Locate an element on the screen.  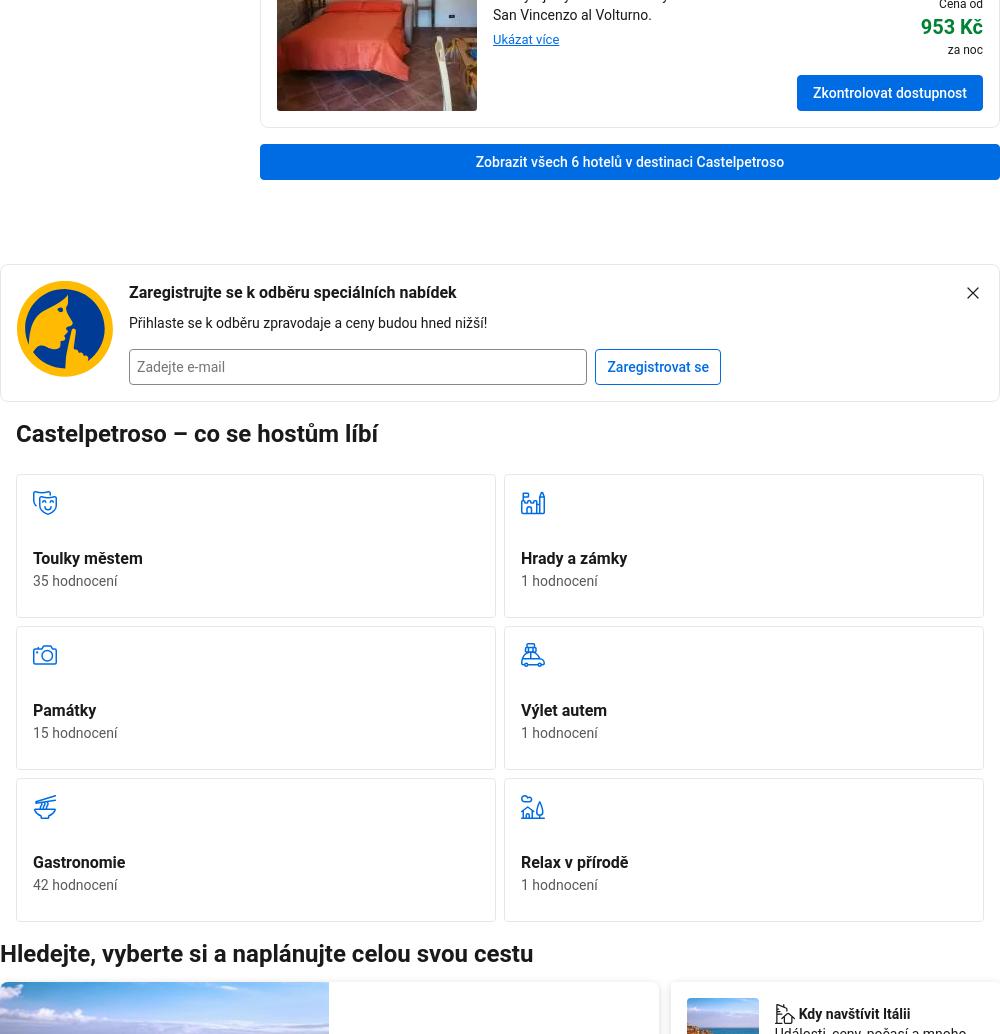
'Památky' is located at coordinates (63, 709).